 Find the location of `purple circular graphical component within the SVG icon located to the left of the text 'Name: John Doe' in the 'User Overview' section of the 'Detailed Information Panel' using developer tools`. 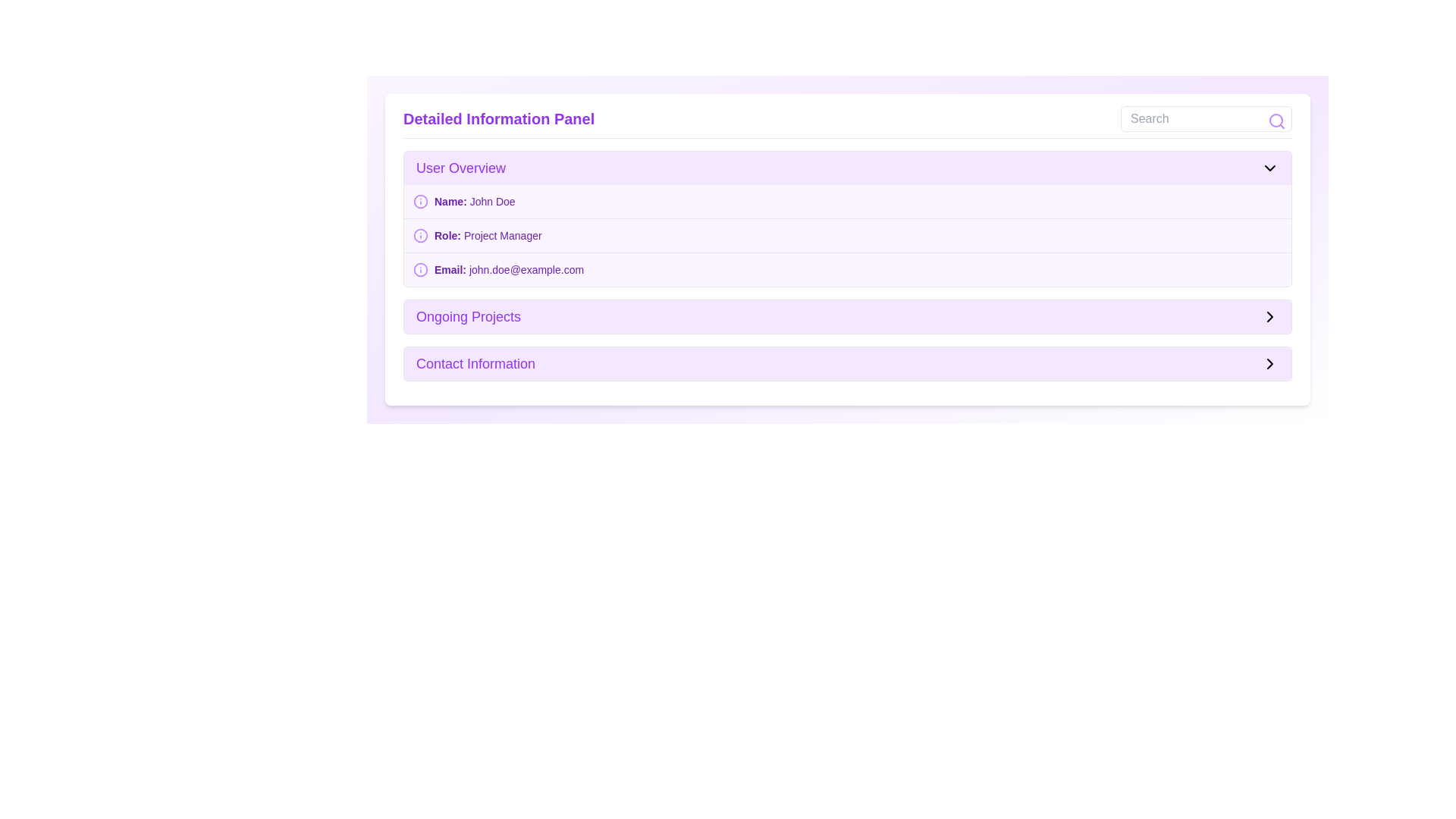

purple circular graphical component within the SVG icon located to the left of the text 'Name: John Doe' in the 'User Overview' section of the 'Detailed Information Panel' using developer tools is located at coordinates (421, 201).